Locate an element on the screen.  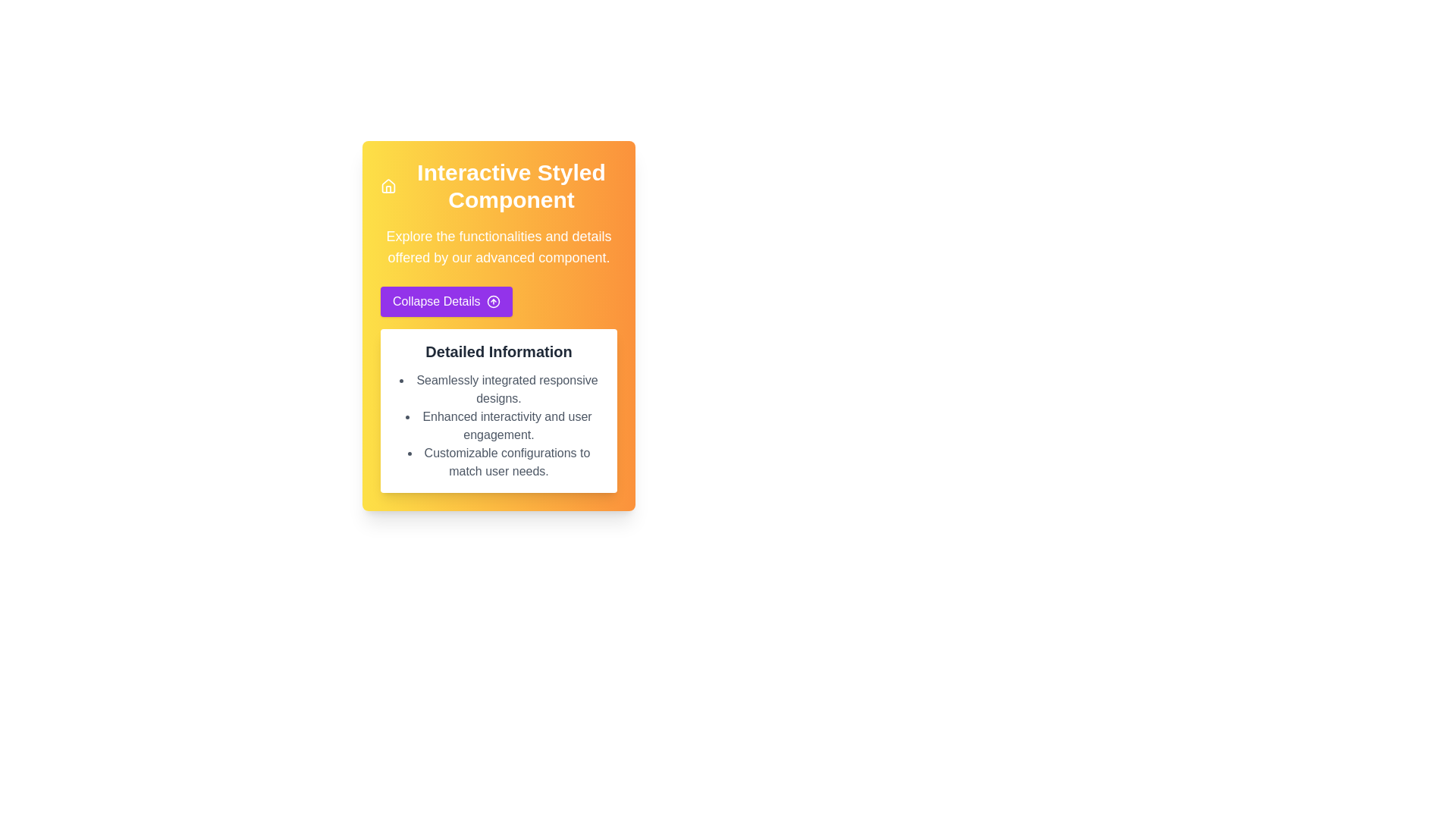
the Heading text that serves as the title and summary for the information detailed below it, positioned at the top of a white card-like section is located at coordinates (498, 351).